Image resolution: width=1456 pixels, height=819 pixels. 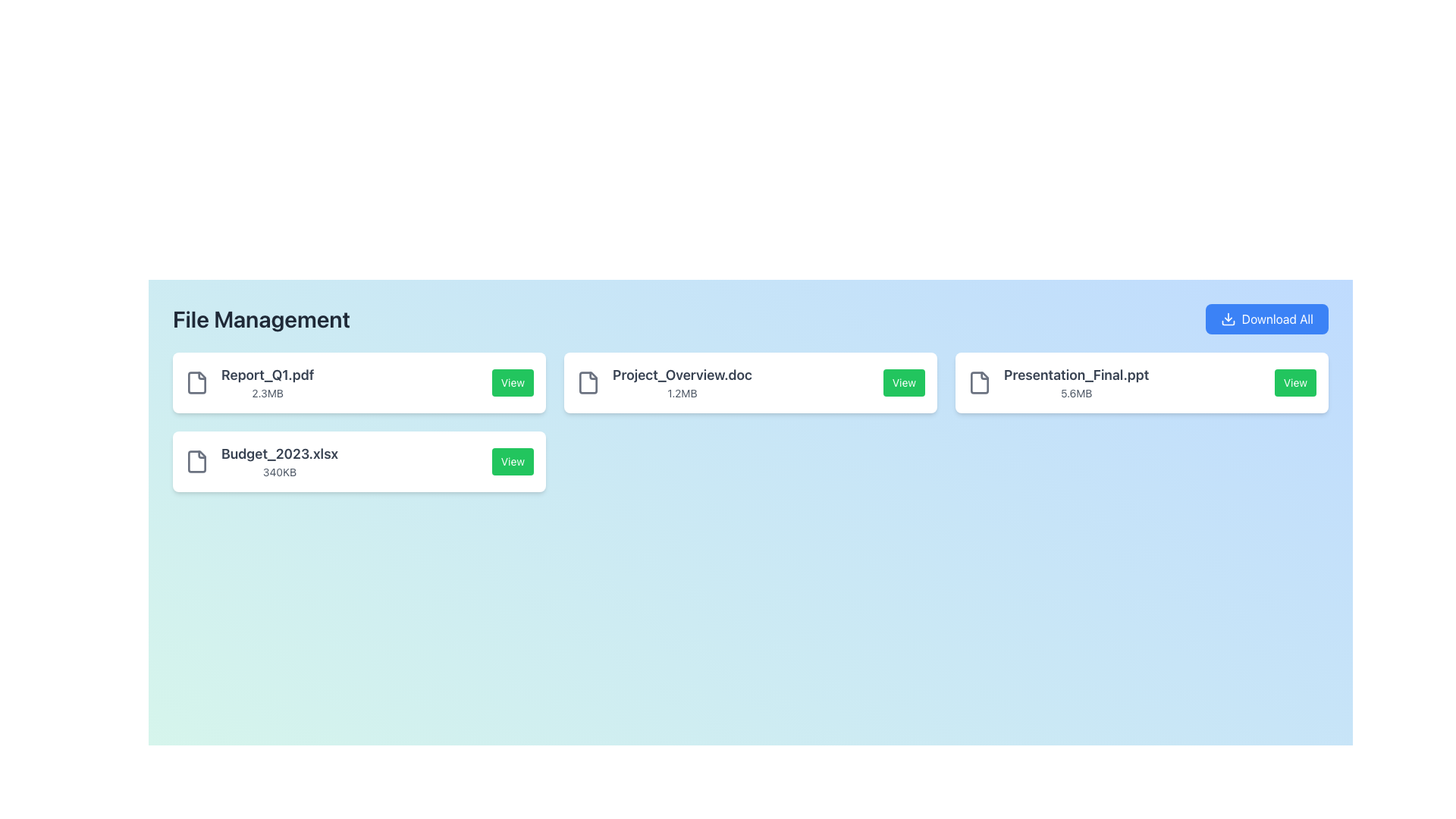 What do you see at coordinates (513, 461) in the screenshot?
I see `the 'View' button with a green background and white text located to the right of 'Budget_2023.xlsx 340KB' in the file management list interface` at bounding box center [513, 461].